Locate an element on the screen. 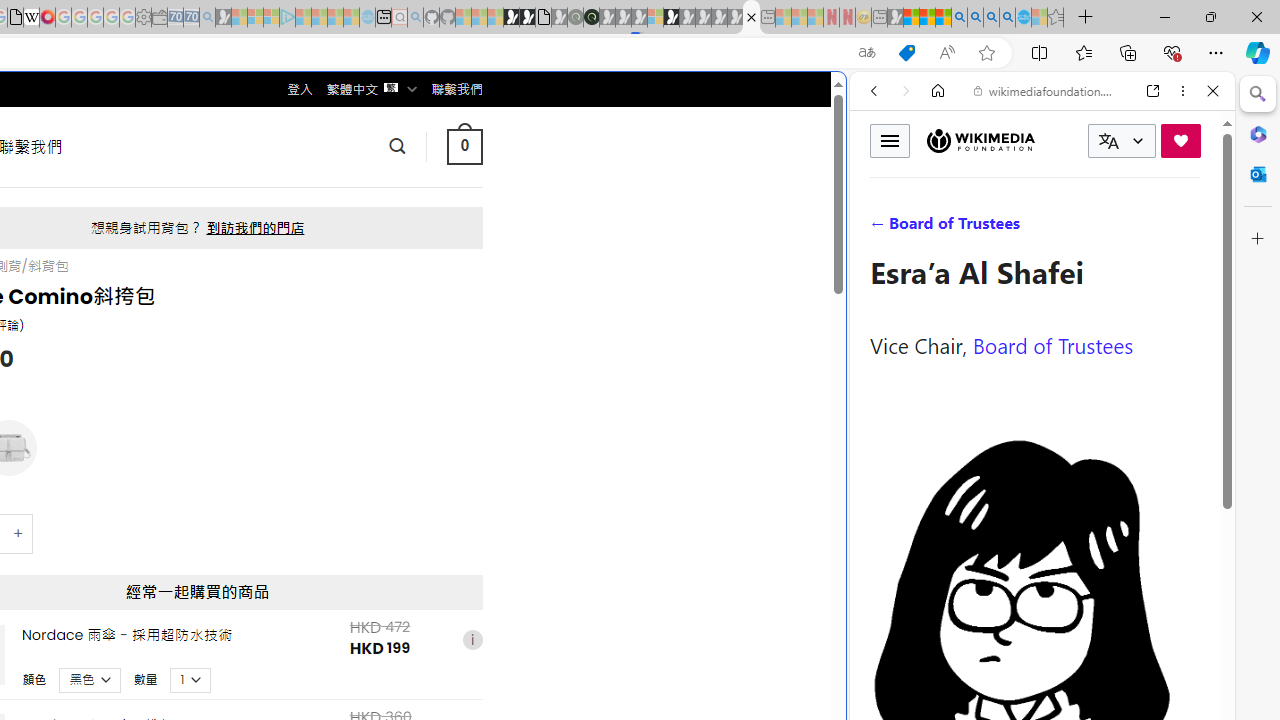 The image size is (1280, 720). 'wikimediafoundation.org' is located at coordinates (1045, 91).